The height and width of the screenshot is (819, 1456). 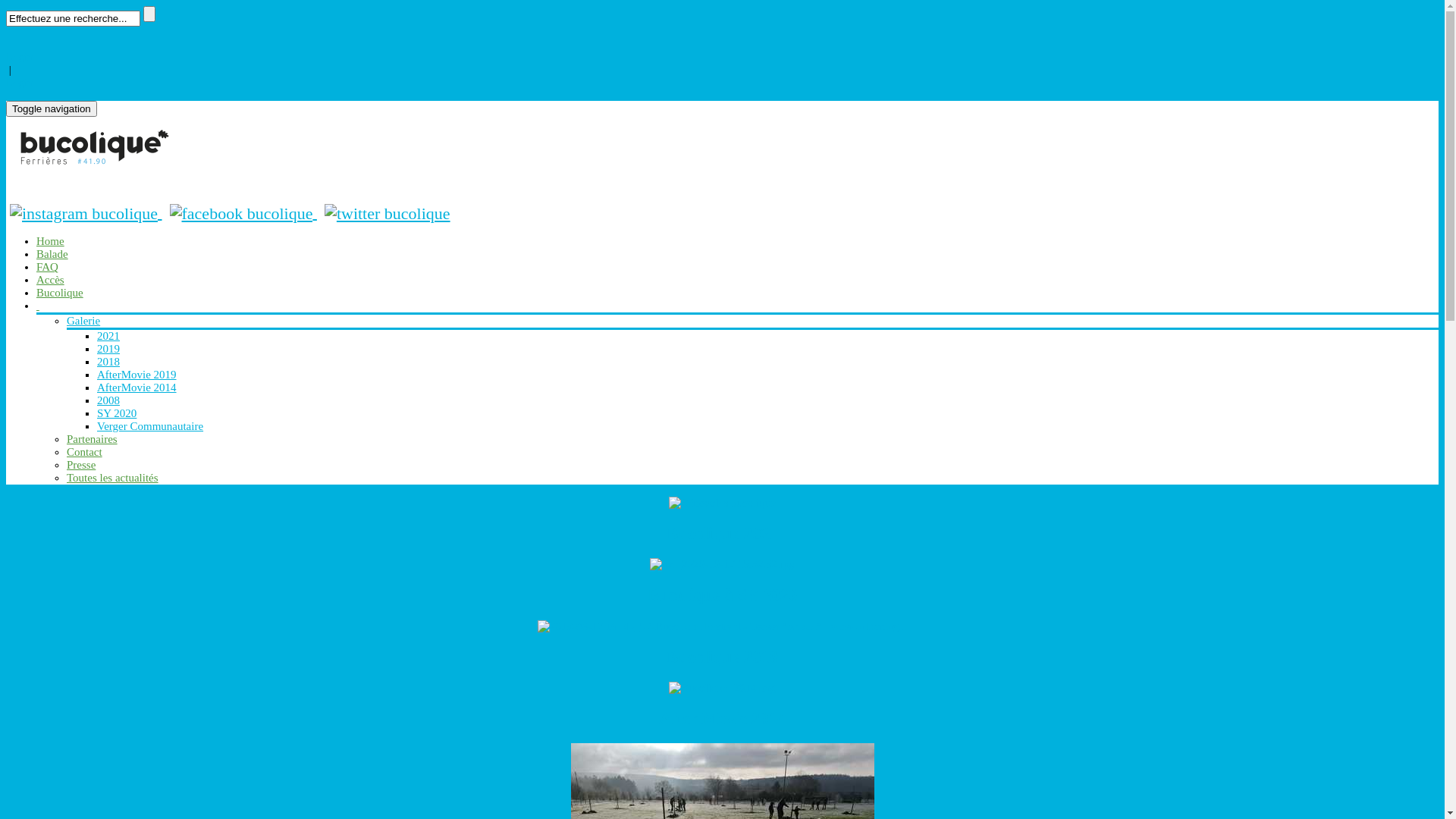 I want to click on '2019', so click(x=721, y=626).